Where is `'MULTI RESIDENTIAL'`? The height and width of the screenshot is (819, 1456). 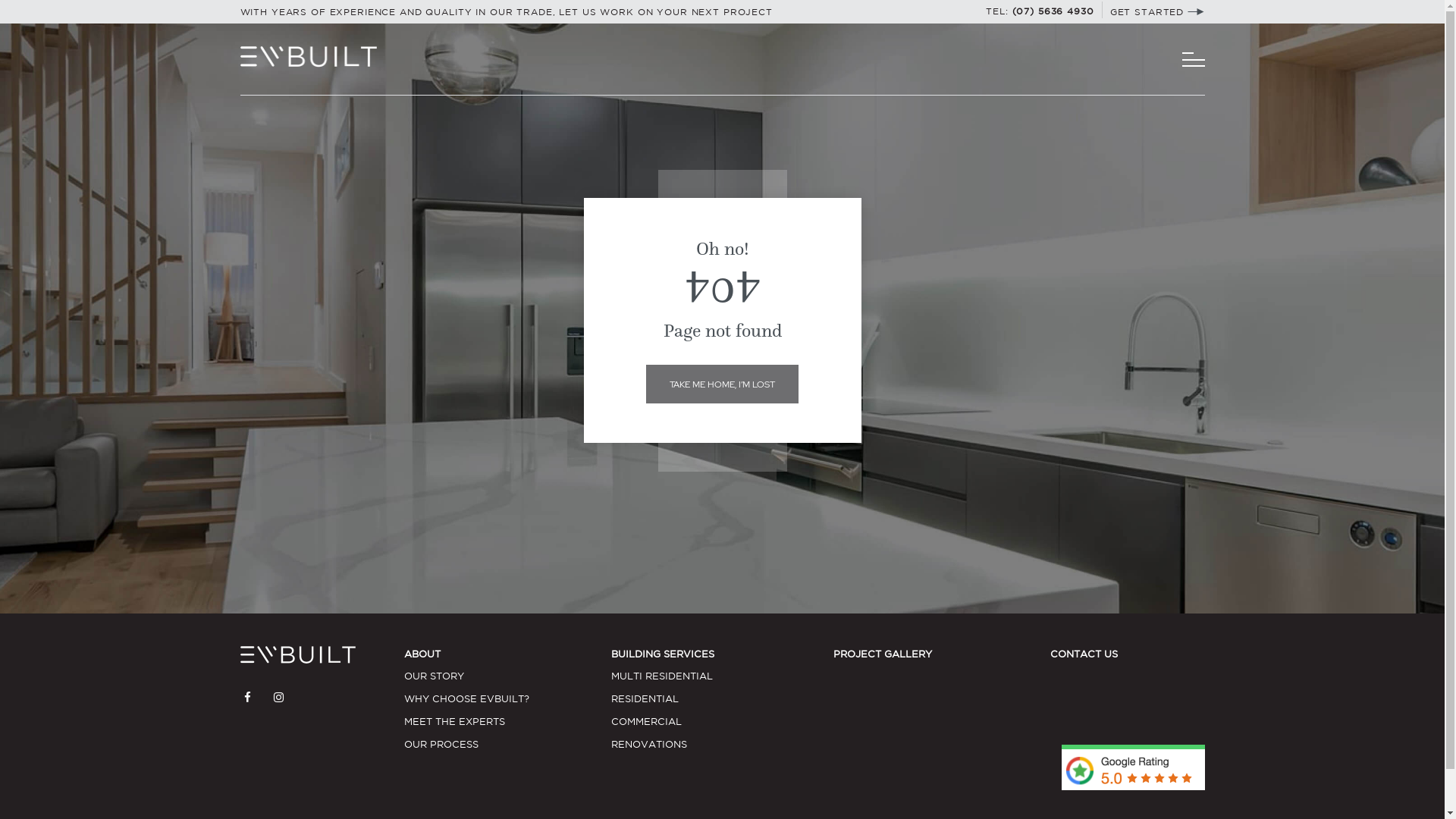
'MULTI RESIDENTIAL' is located at coordinates (611, 675).